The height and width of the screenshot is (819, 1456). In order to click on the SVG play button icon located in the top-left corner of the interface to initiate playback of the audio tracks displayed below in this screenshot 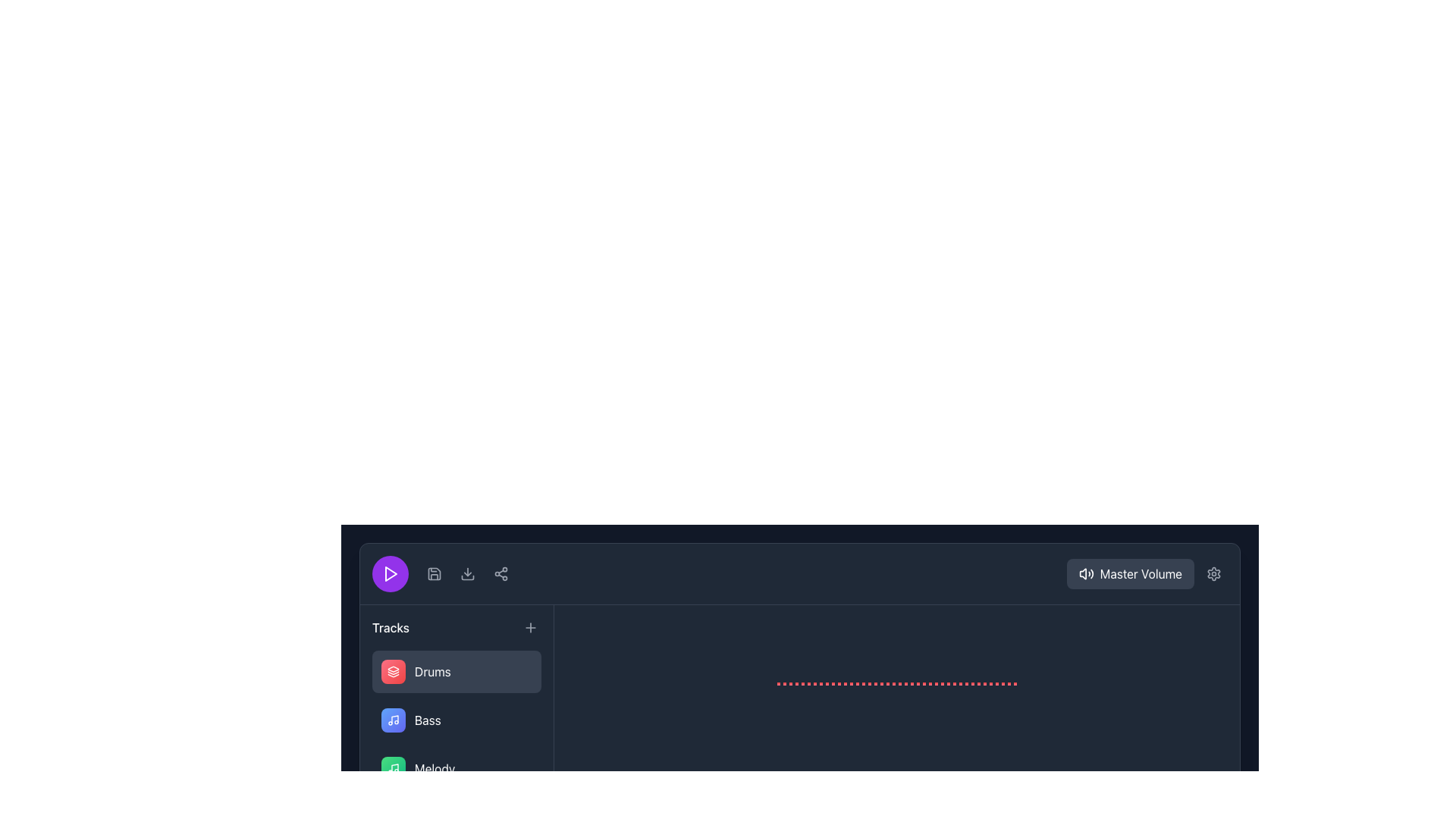, I will do `click(390, 573)`.